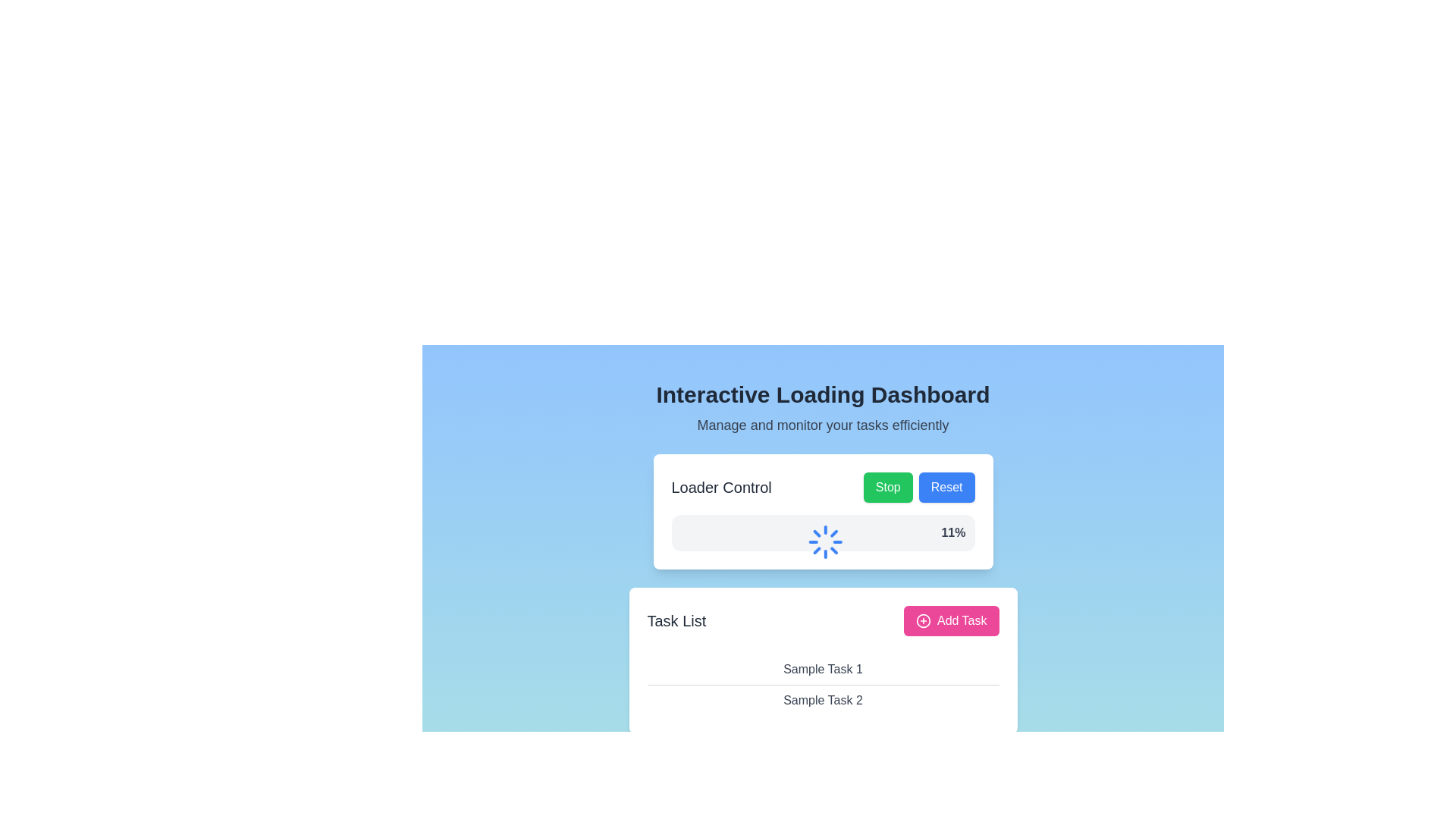  What do you see at coordinates (830, 541) in the screenshot?
I see `the Animated Loader Icon that provides visual feedback for a loading state, centrally located above a percentage value` at bounding box center [830, 541].